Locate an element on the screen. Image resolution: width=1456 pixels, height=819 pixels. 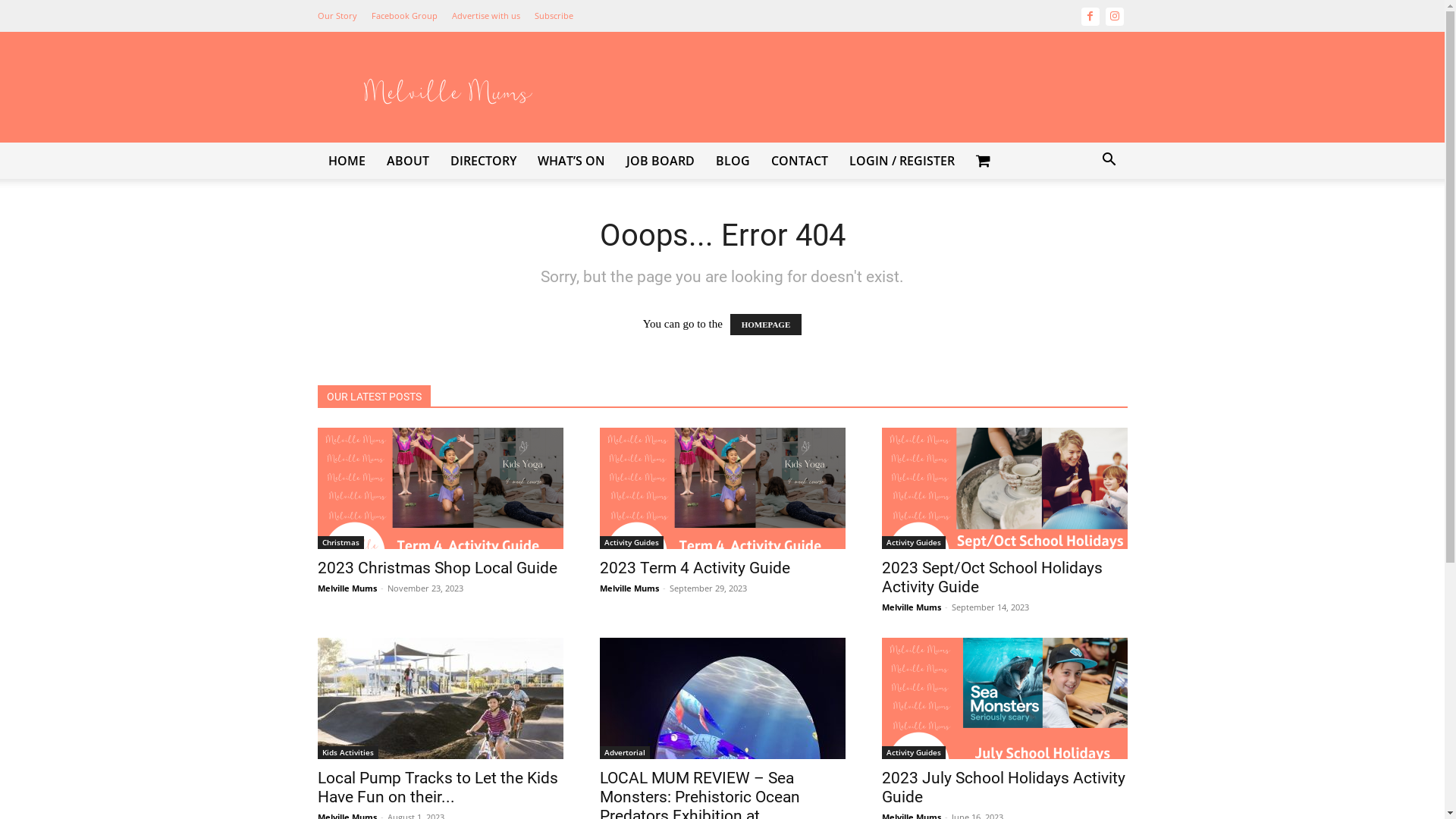
'HOMEPAGE' is located at coordinates (766, 324).